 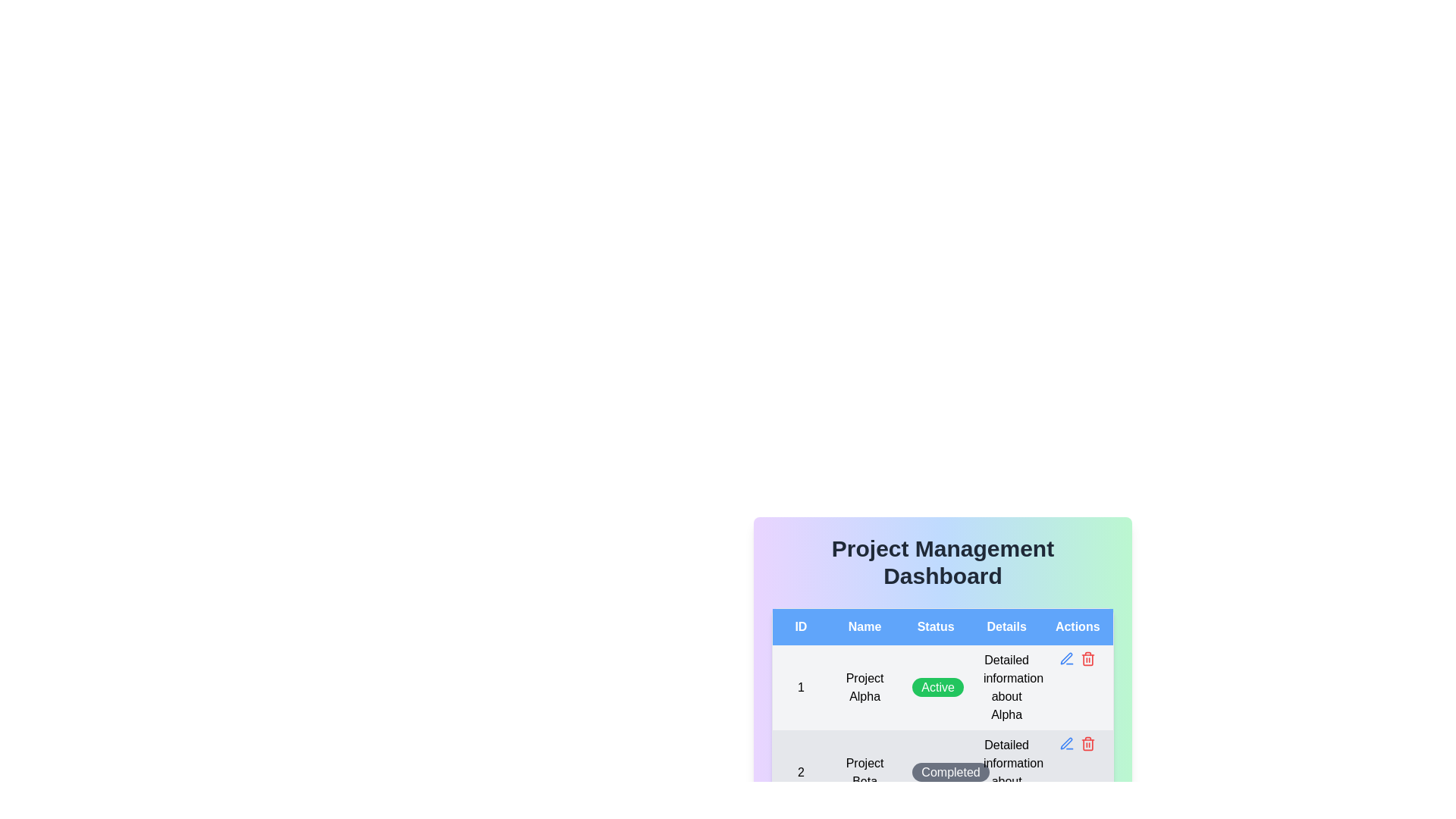 I want to click on the red trash icon located to the right of the blue edit icon in the 'Actions' column of the project management dashboard, so click(x=1087, y=657).